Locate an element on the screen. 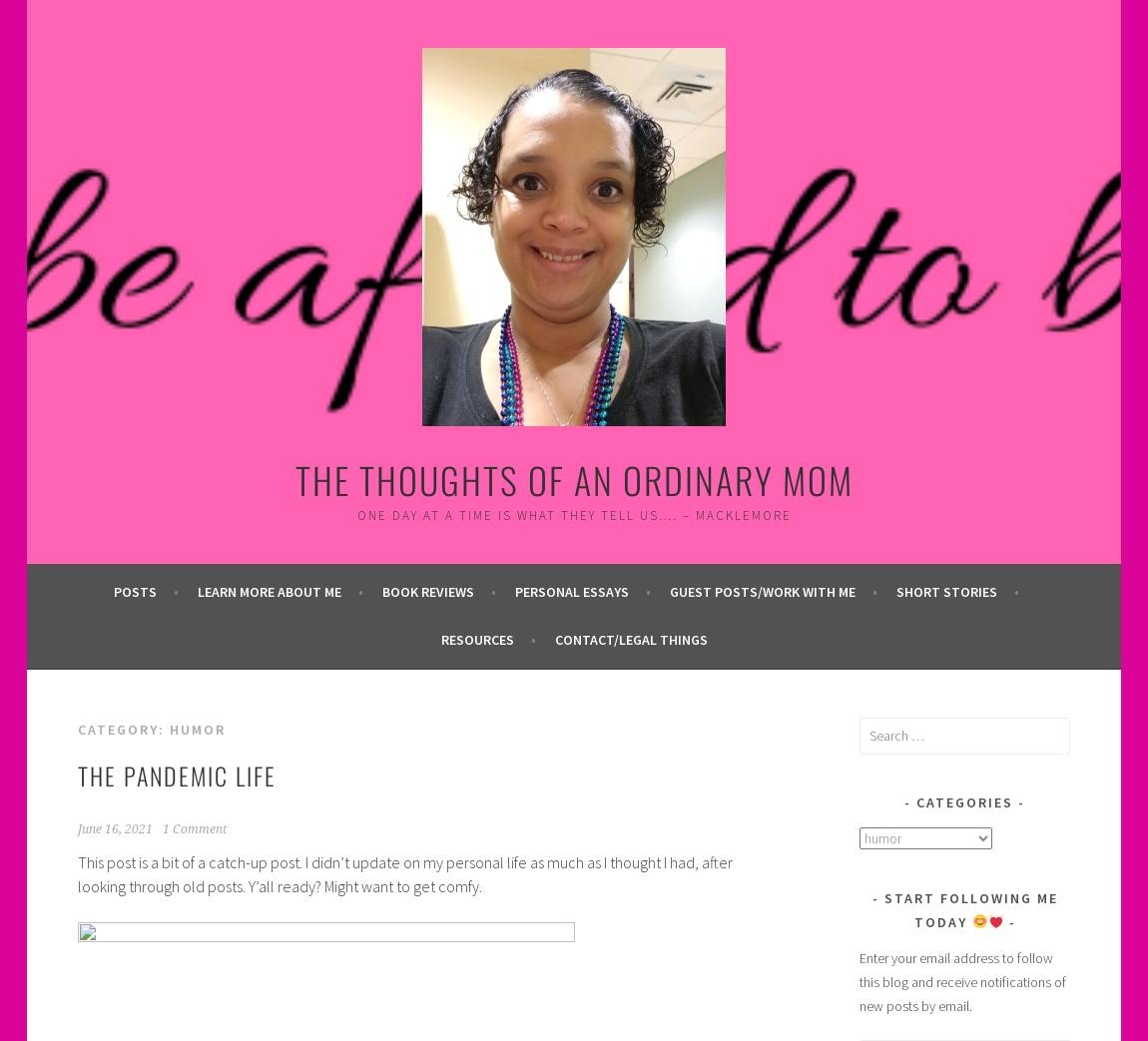 This screenshot has height=1041, width=1148. 'June 16, 2021' is located at coordinates (113, 828).